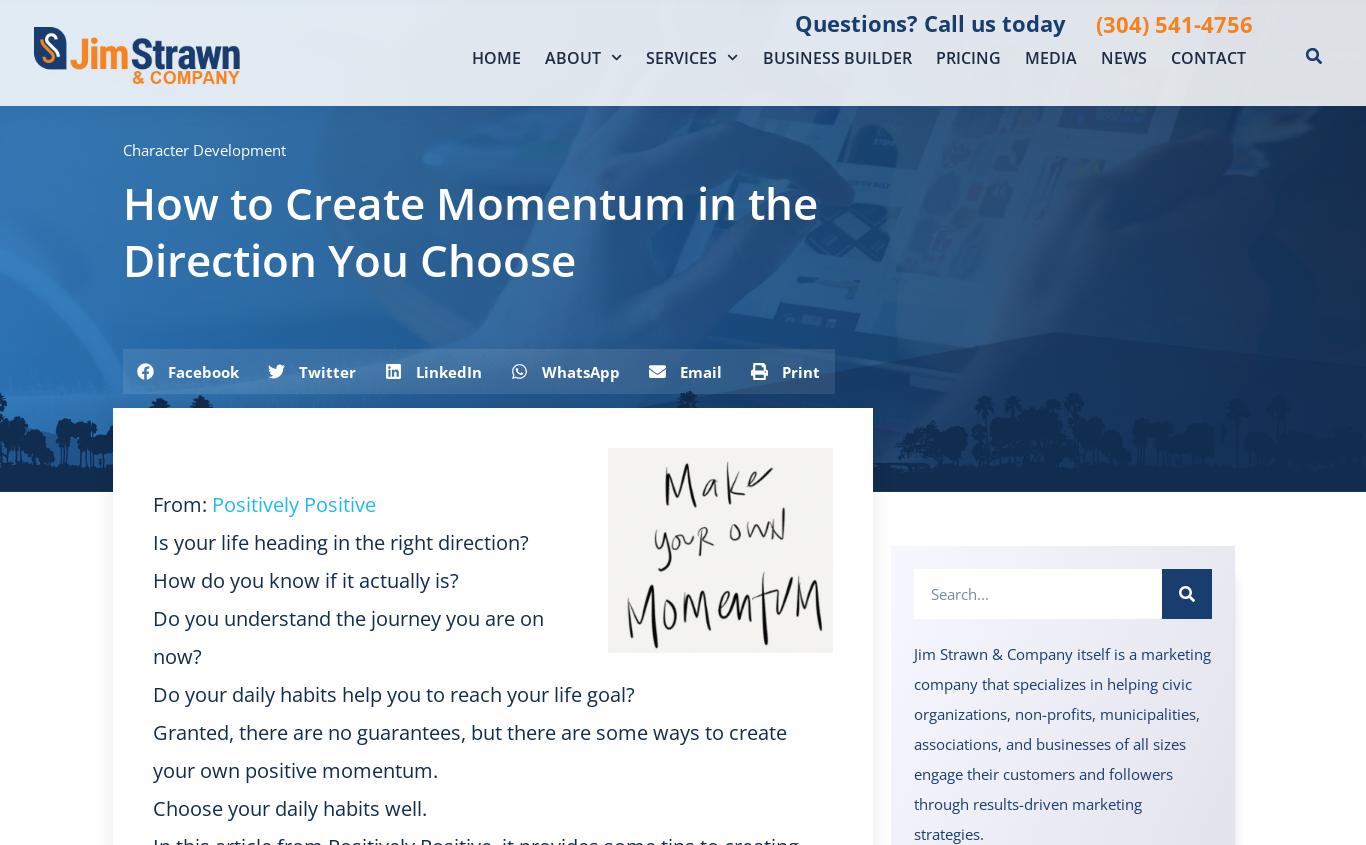 The image size is (1366, 845). Describe the element at coordinates (448, 370) in the screenshot. I see `'LinkedIn'` at that location.